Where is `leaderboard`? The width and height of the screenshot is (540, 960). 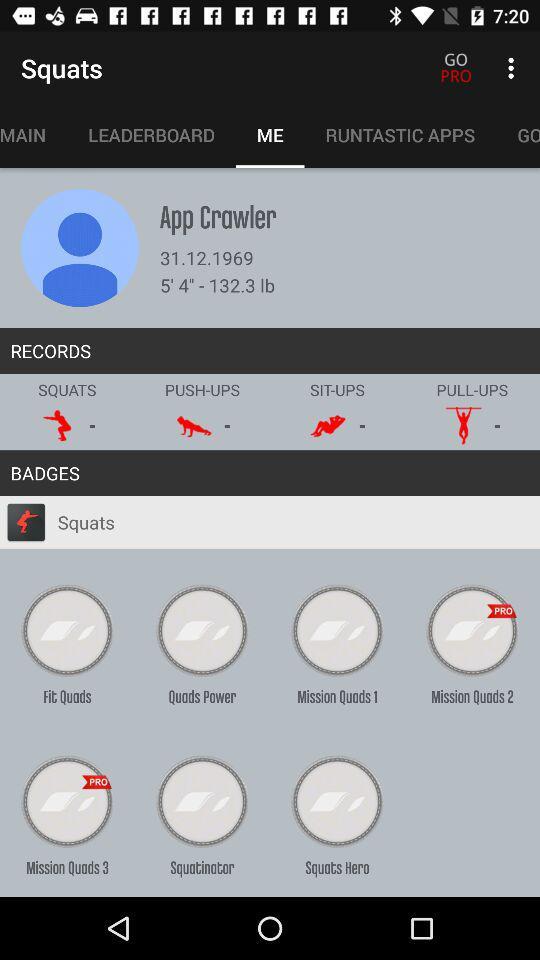
leaderboard is located at coordinates (150, 134).